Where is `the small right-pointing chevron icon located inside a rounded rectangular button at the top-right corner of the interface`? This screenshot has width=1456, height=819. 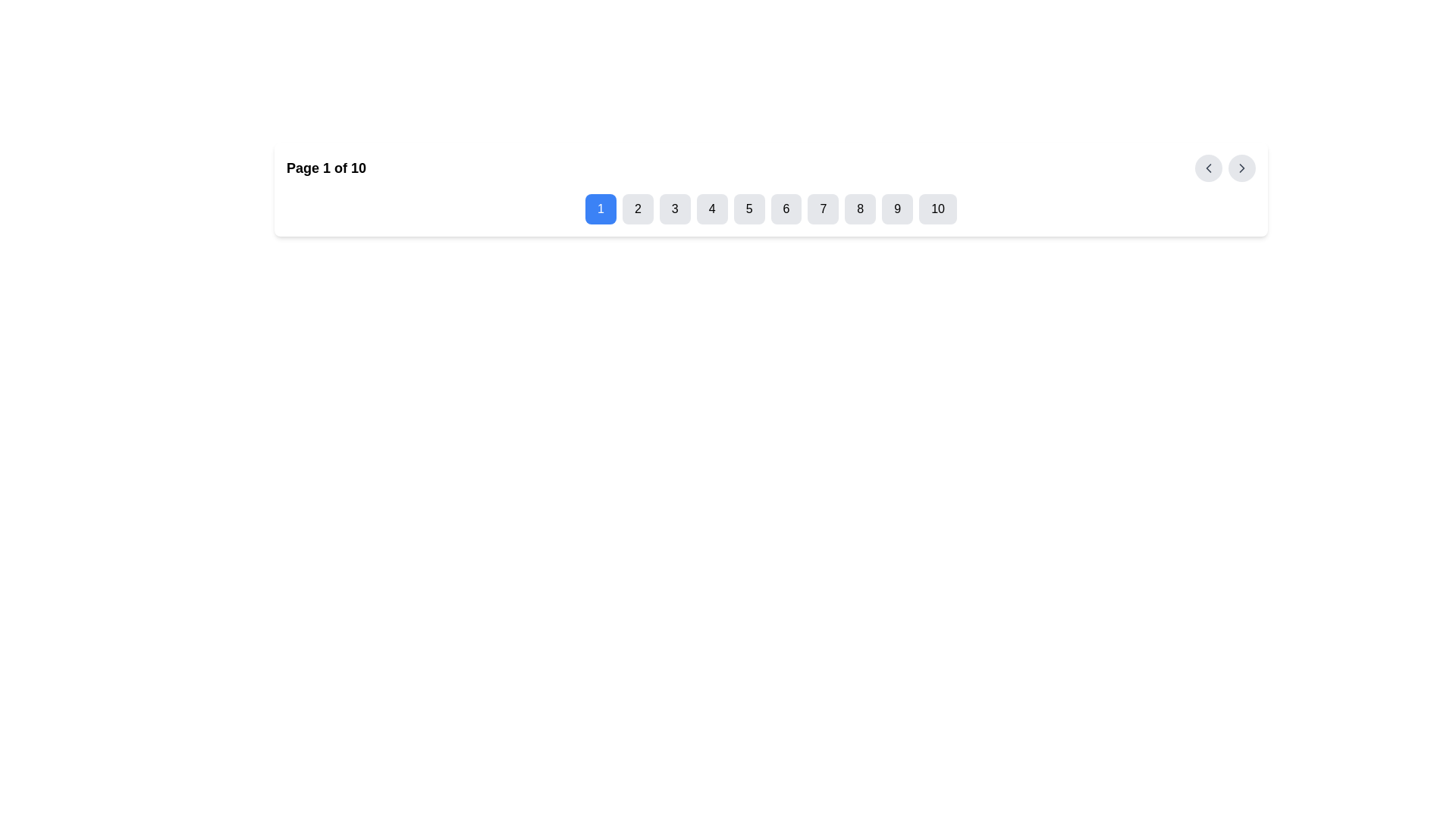
the small right-pointing chevron icon located inside a rounded rectangular button at the top-right corner of the interface is located at coordinates (1241, 168).